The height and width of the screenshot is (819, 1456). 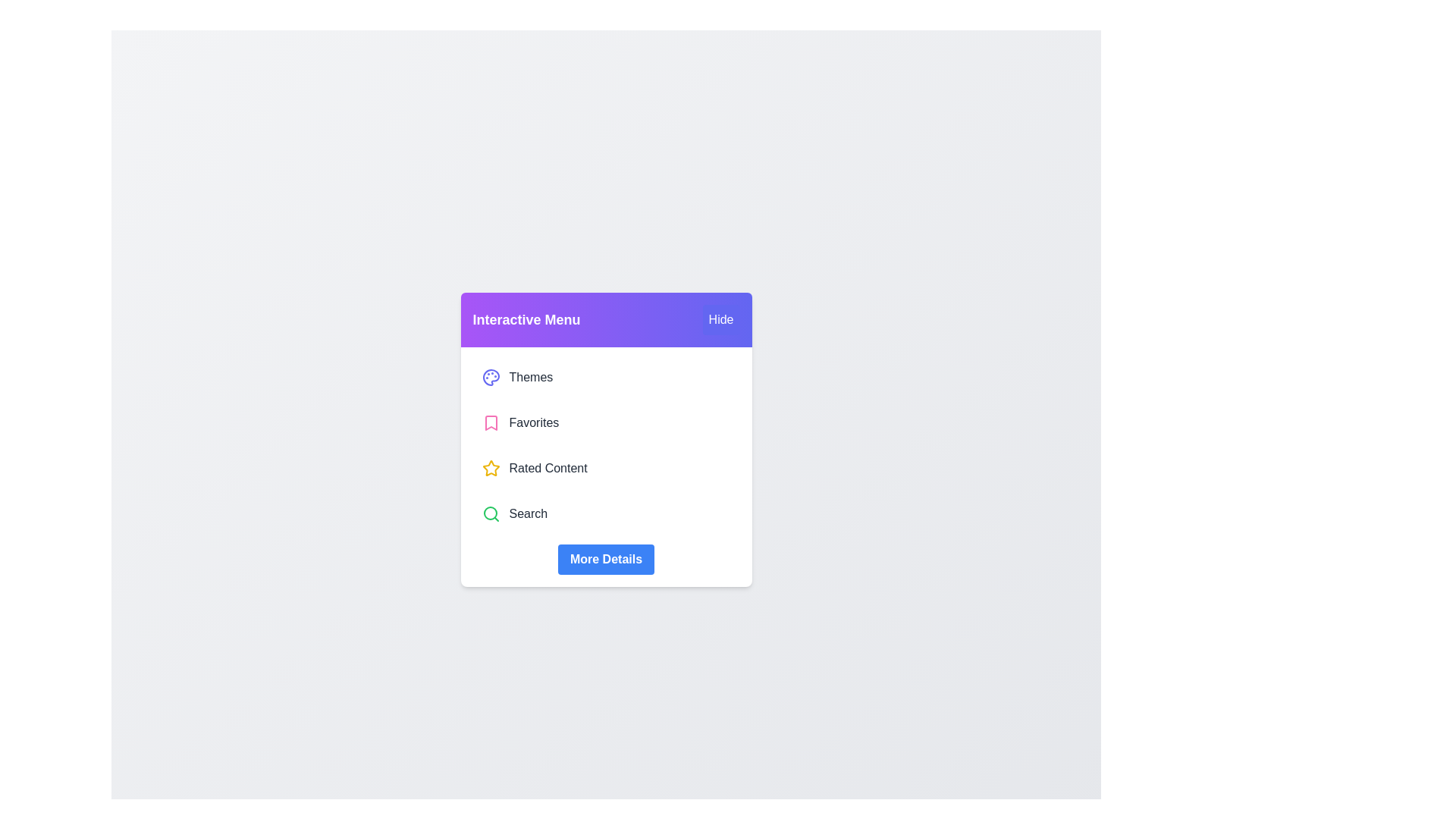 What do you see at coordinates (605, 423) in the screenshot?
I see `the menu item labeled Favorites` at bounding box center [605, 423].